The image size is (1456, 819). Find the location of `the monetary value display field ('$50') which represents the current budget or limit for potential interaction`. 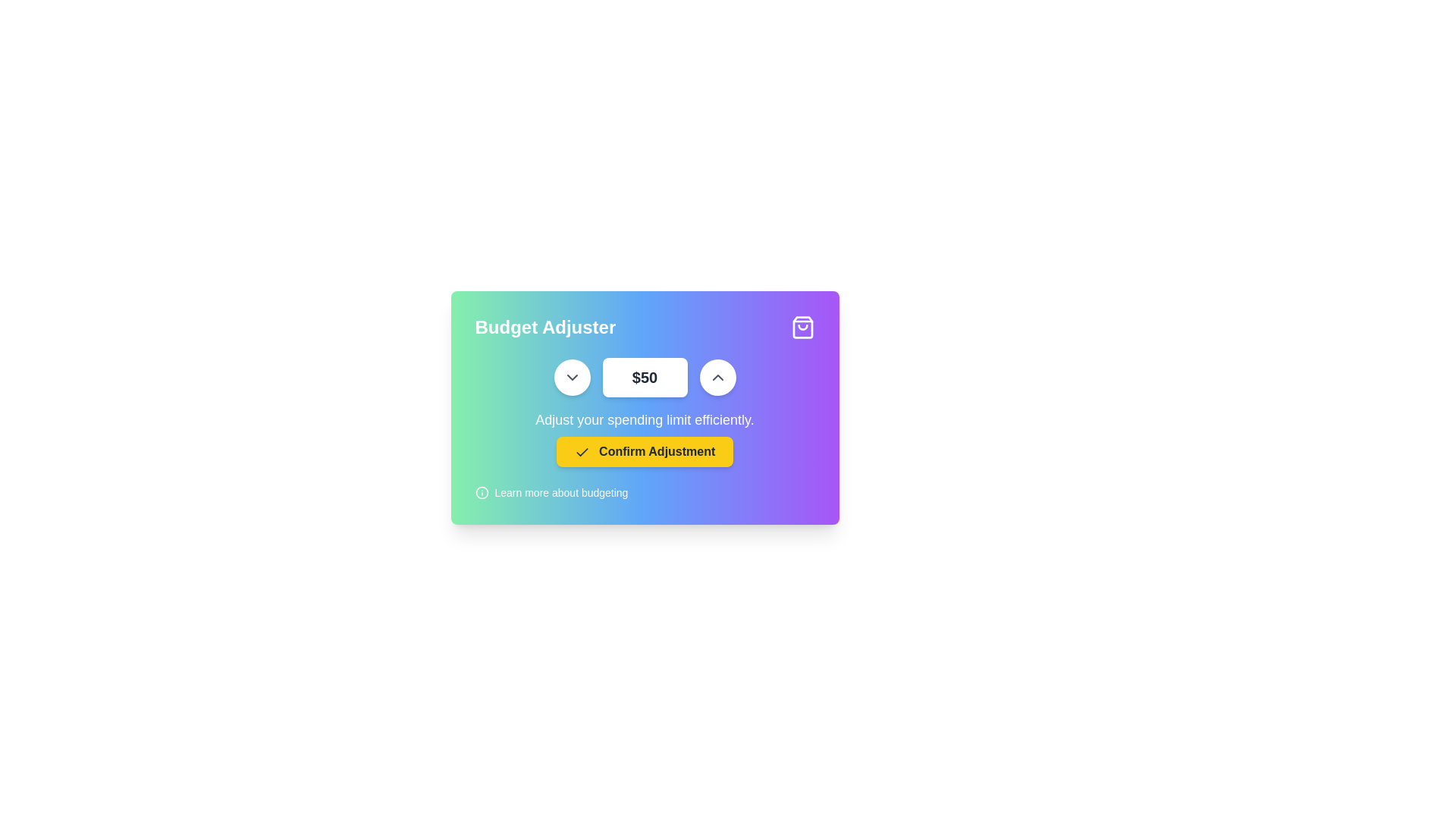

the monetary value display field ('$50') which represents the current budget or limit for potential interaction is located at coordinates (645, 376).